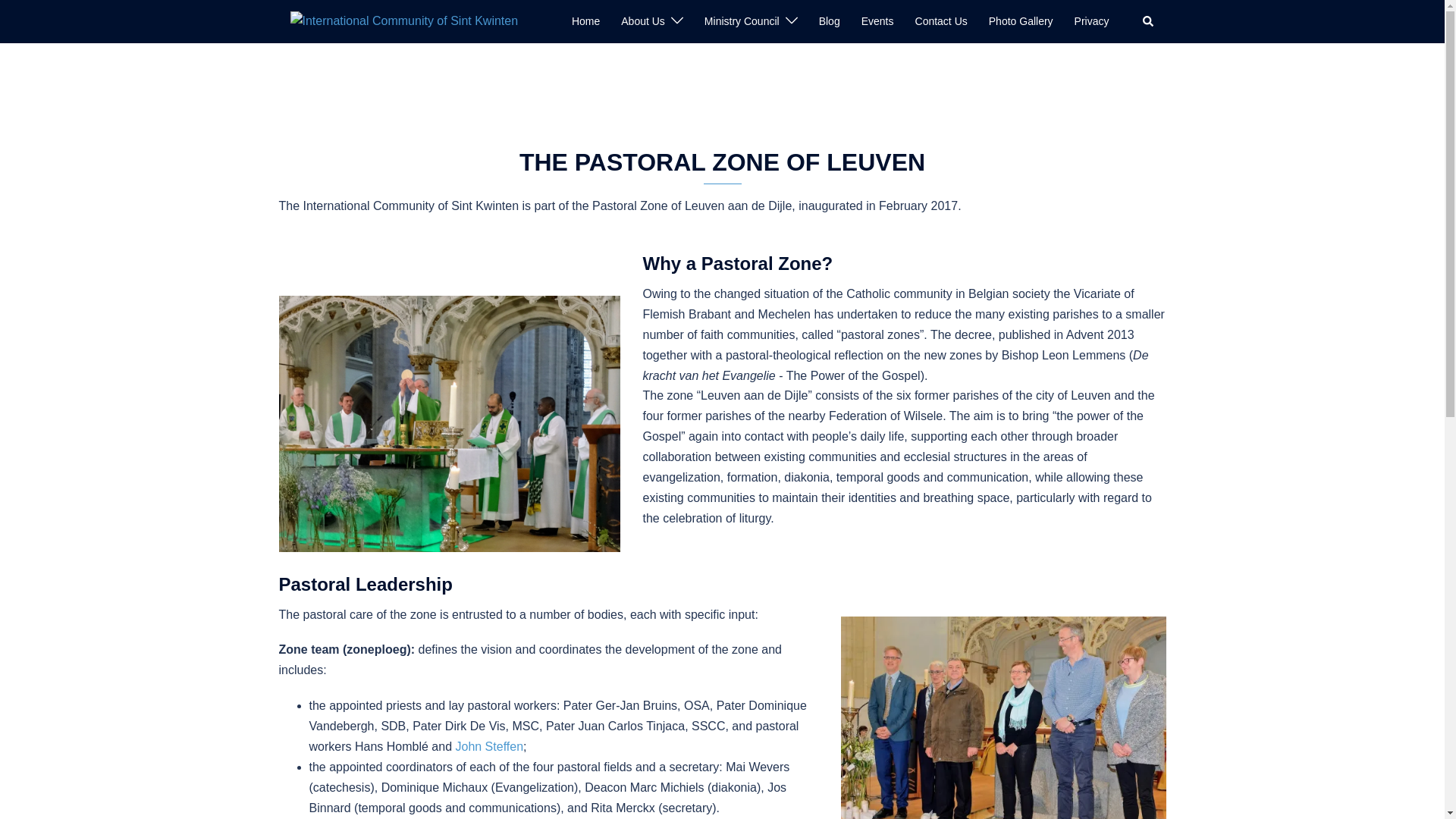  I want to click on 'Events', so click(877, 22).